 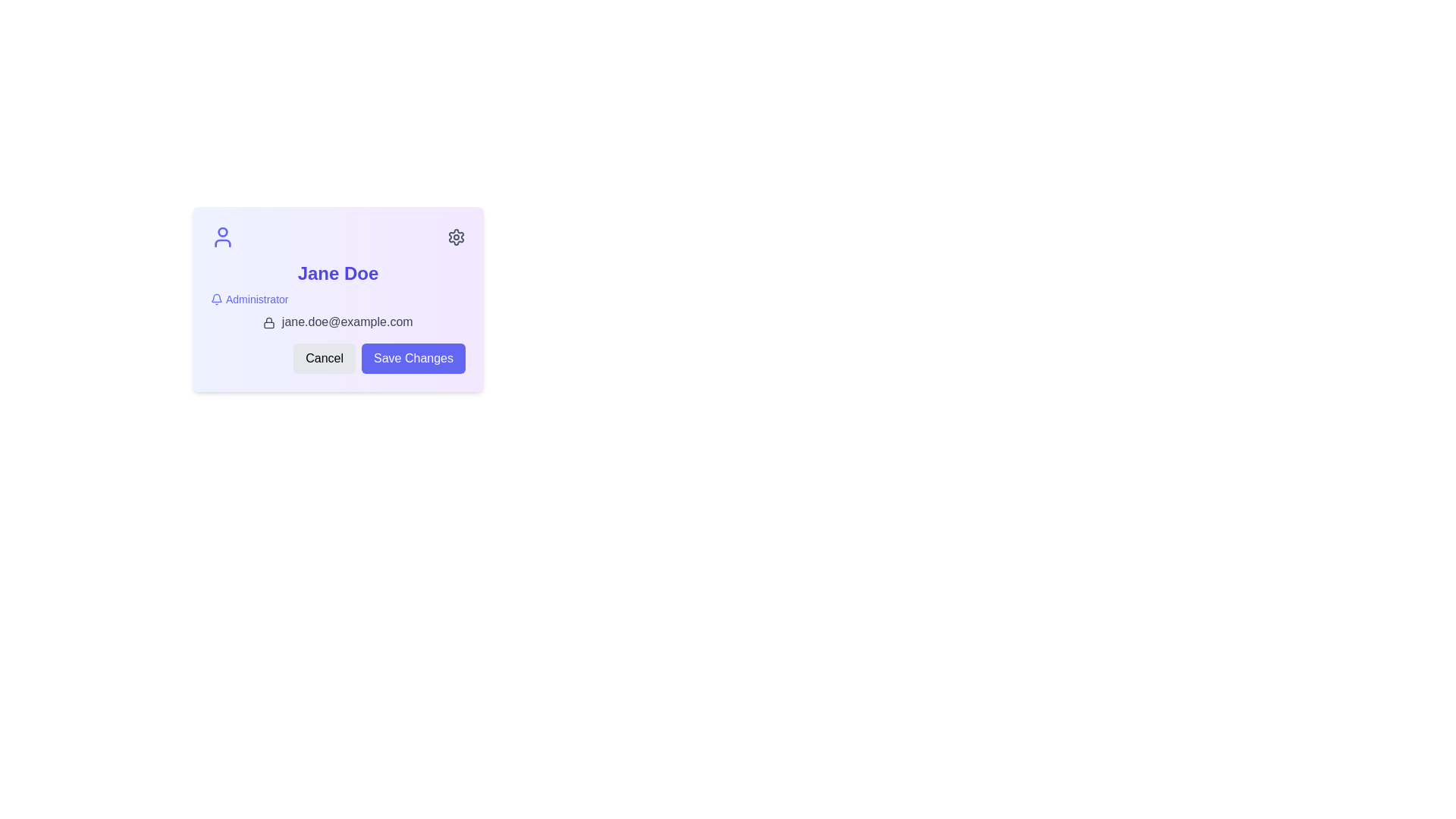 I want to click on the text label displaying the user's name at the top of the section, so click(x=337, y=274).